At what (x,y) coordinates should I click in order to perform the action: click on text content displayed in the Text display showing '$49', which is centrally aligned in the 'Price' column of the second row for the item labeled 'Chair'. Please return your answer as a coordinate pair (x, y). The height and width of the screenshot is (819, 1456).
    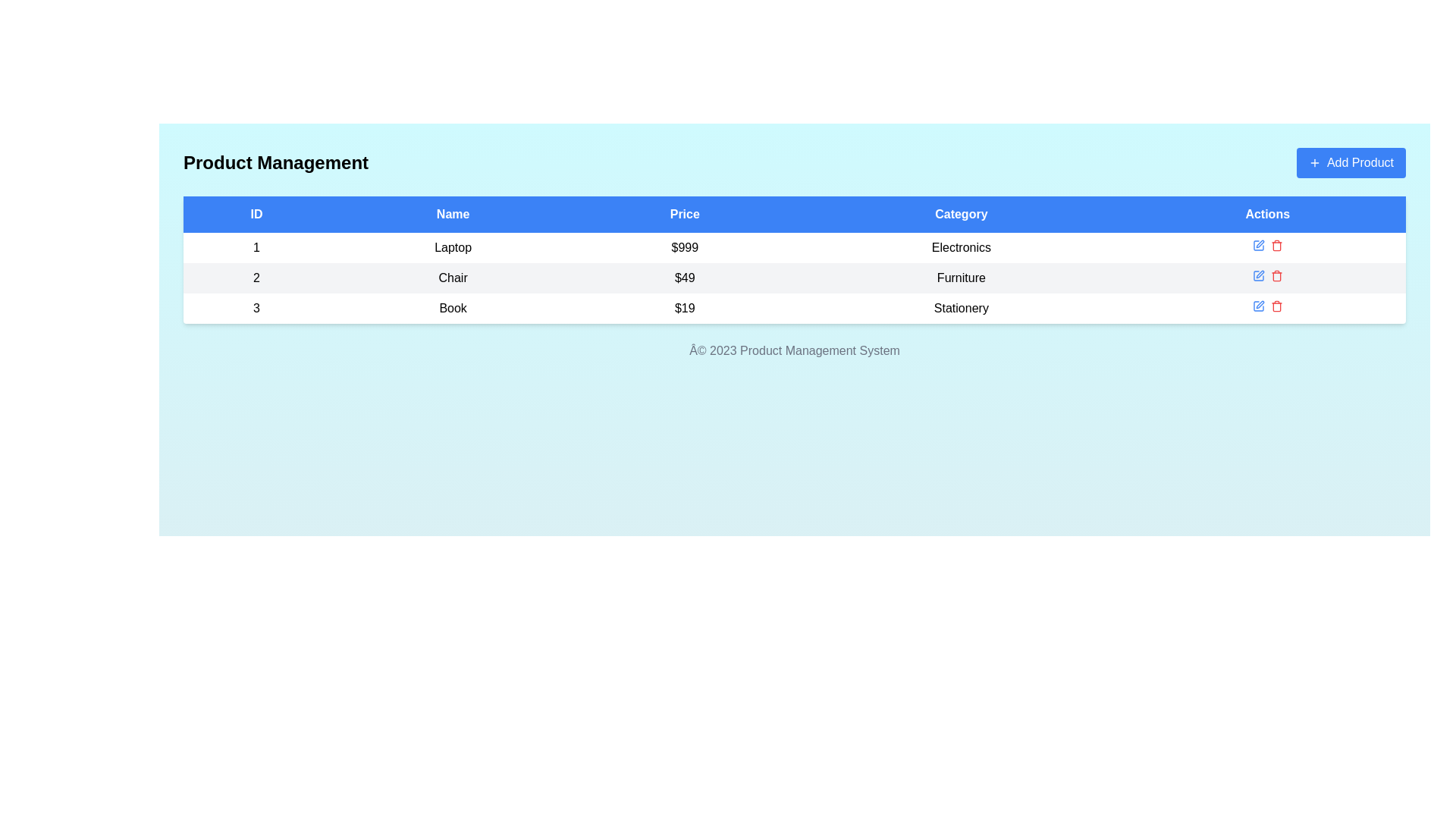
    Looking at the image, I should click on (684, 278).